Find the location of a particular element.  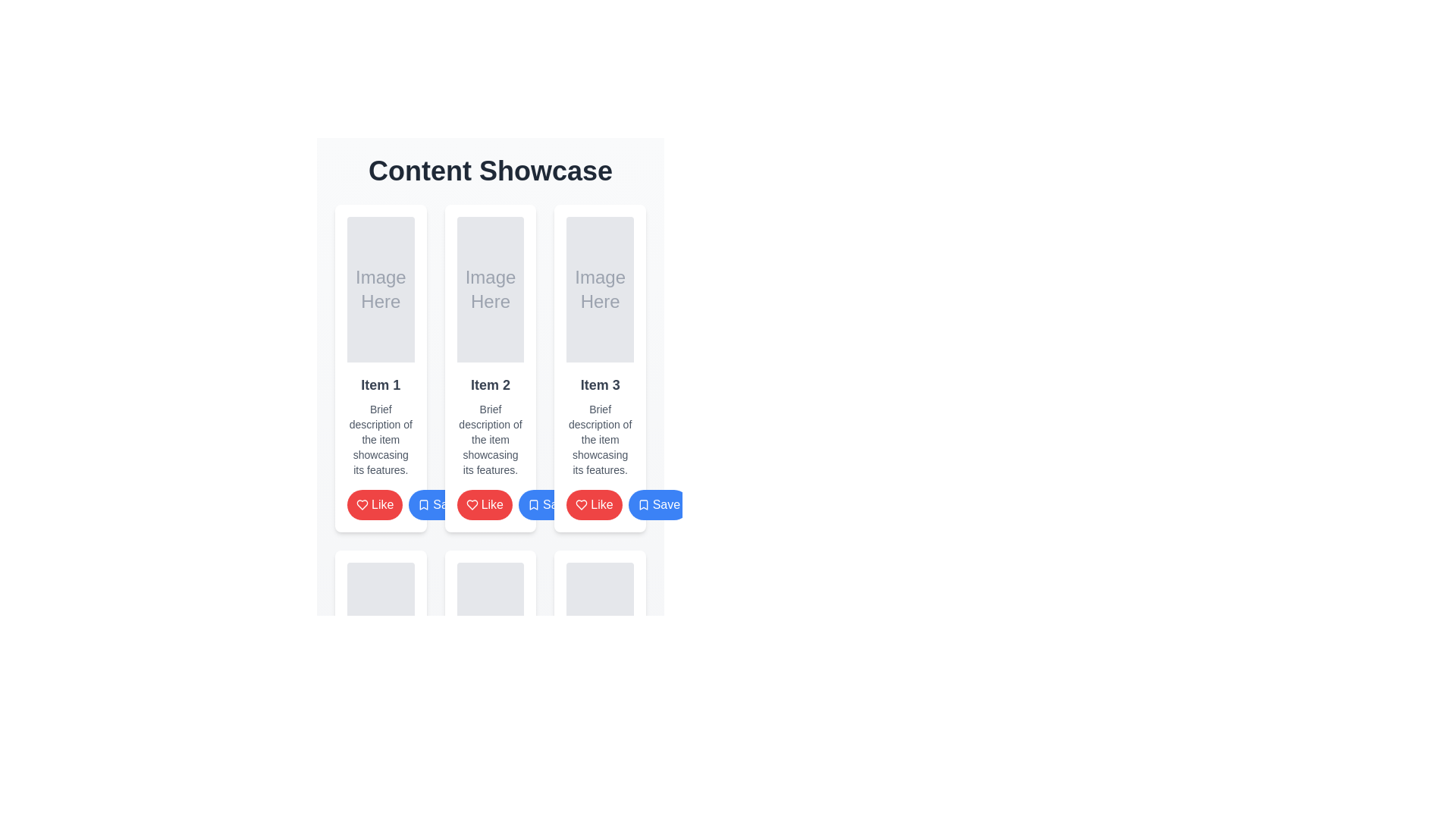

the static text block that reads 'Brief description of the item showcasing its features.', located below the heading 'Item 2' in the second card is located at coordinates (491, 439).